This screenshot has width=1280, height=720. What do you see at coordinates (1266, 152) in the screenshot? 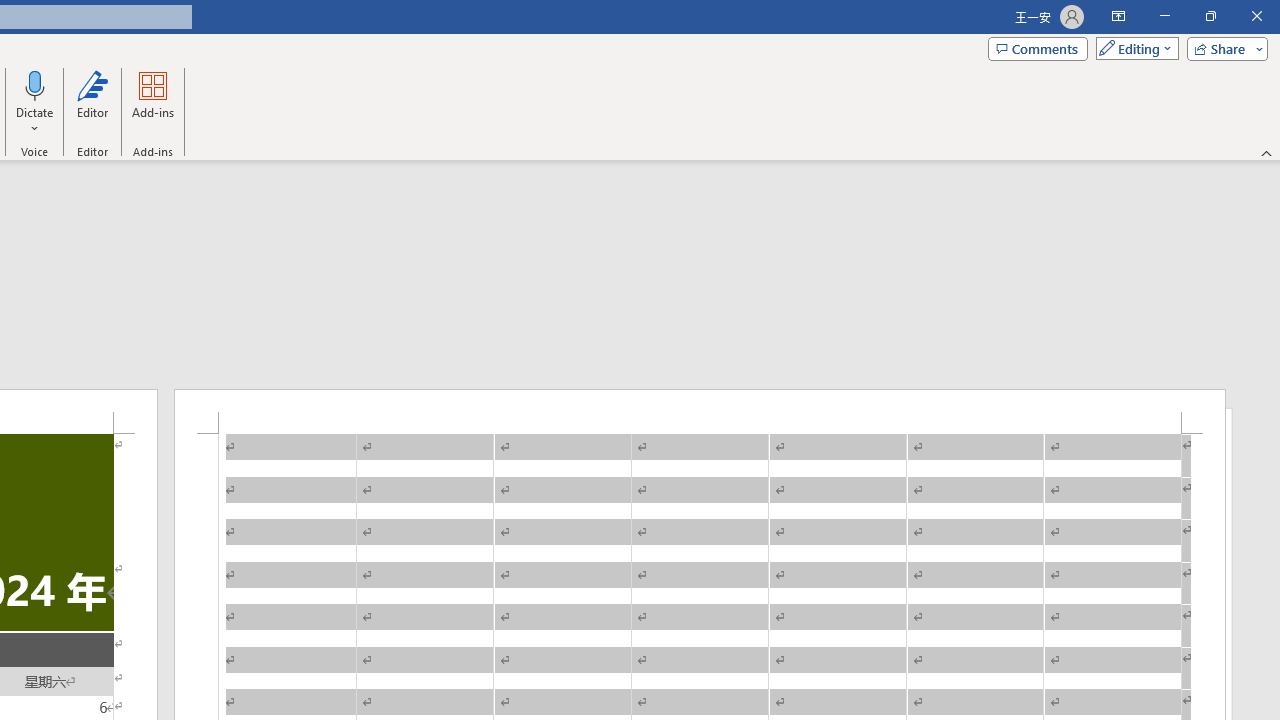
I see `'Collapse the Ribbon'` at bounding box center [1266, 152].